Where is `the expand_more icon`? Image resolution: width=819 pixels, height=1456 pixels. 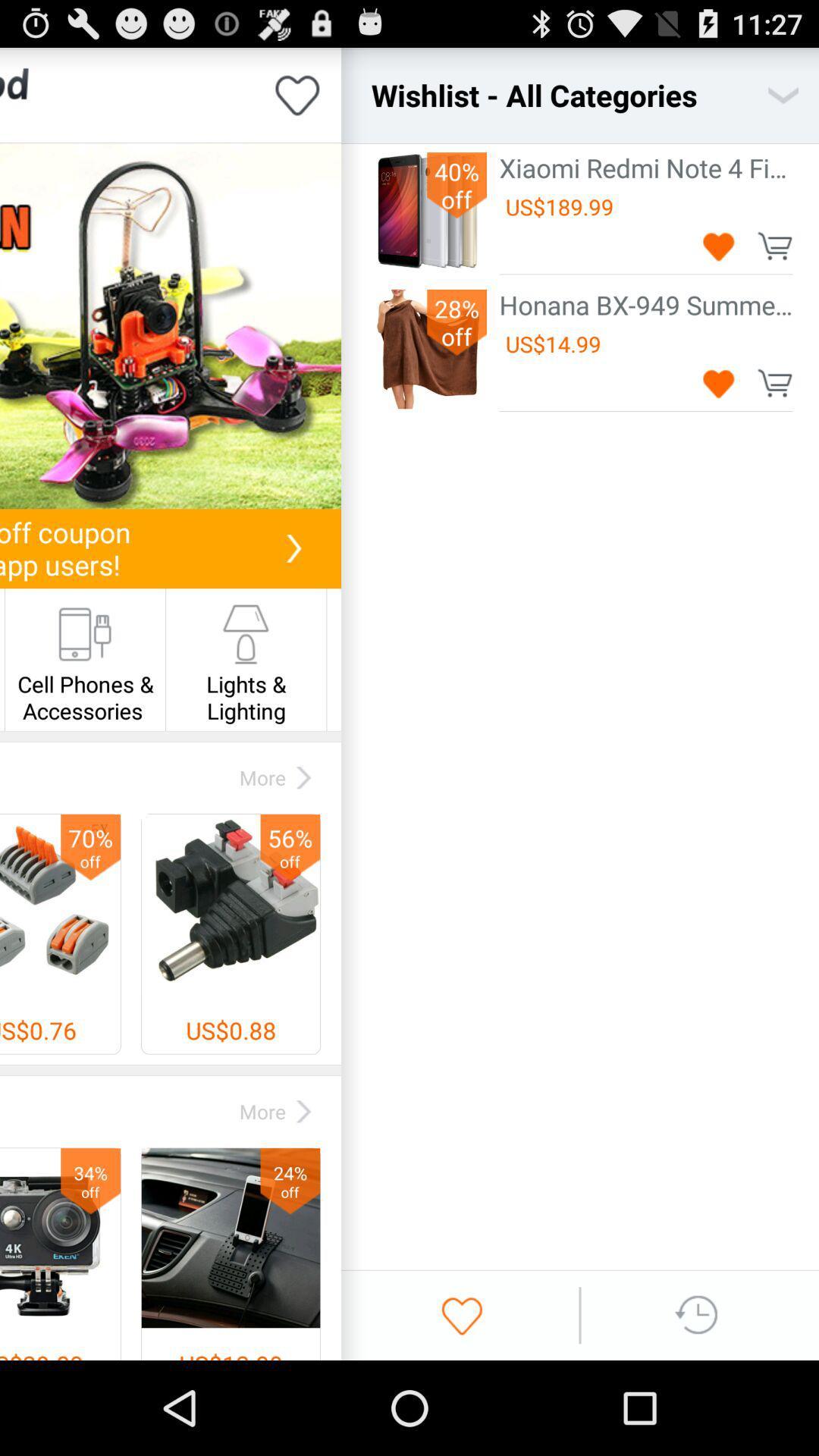
the expand_more icon is located at coordinates (783, 101).